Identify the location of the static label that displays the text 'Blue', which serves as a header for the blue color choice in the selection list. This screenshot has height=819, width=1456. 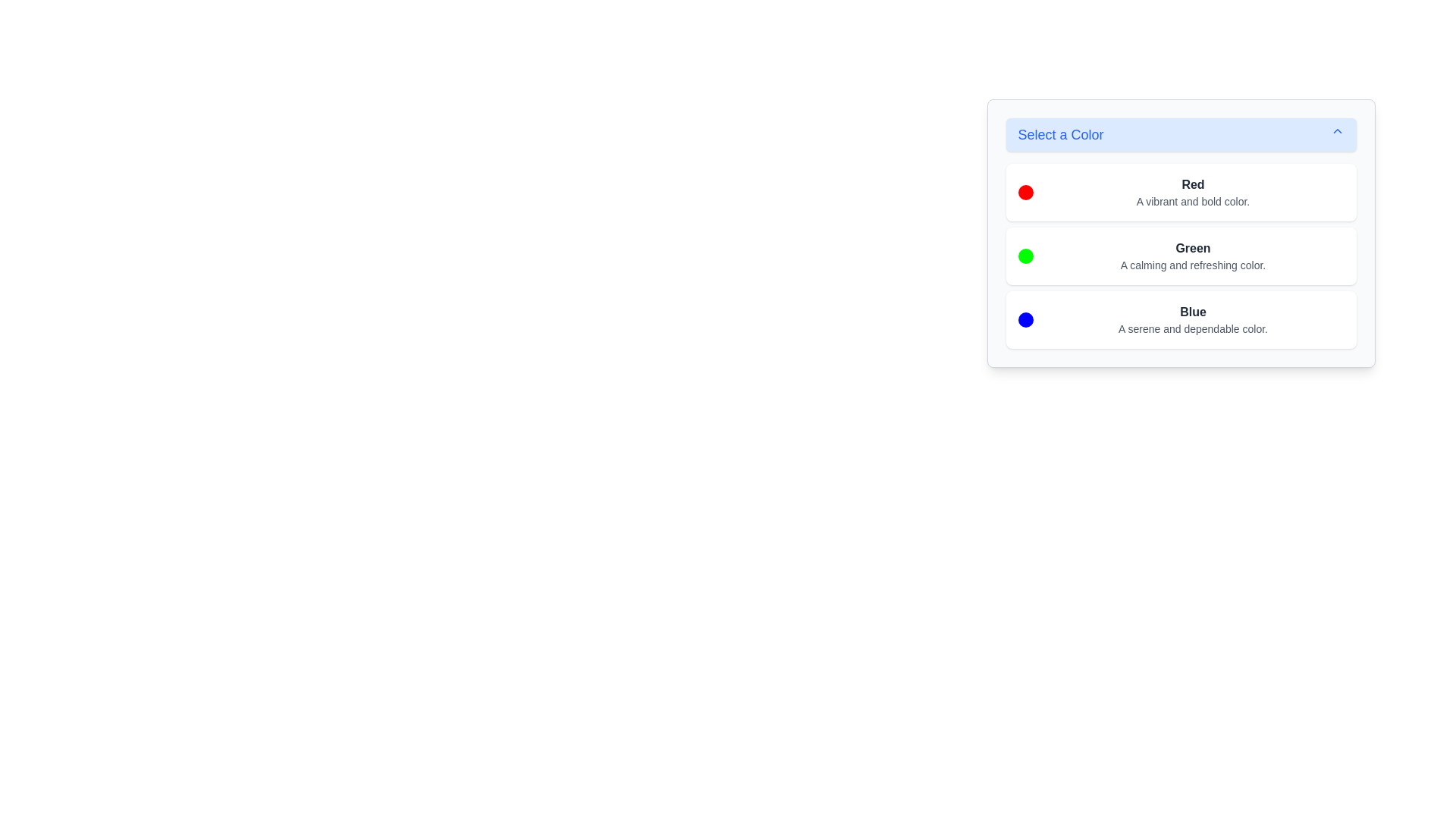
(1192, 312).